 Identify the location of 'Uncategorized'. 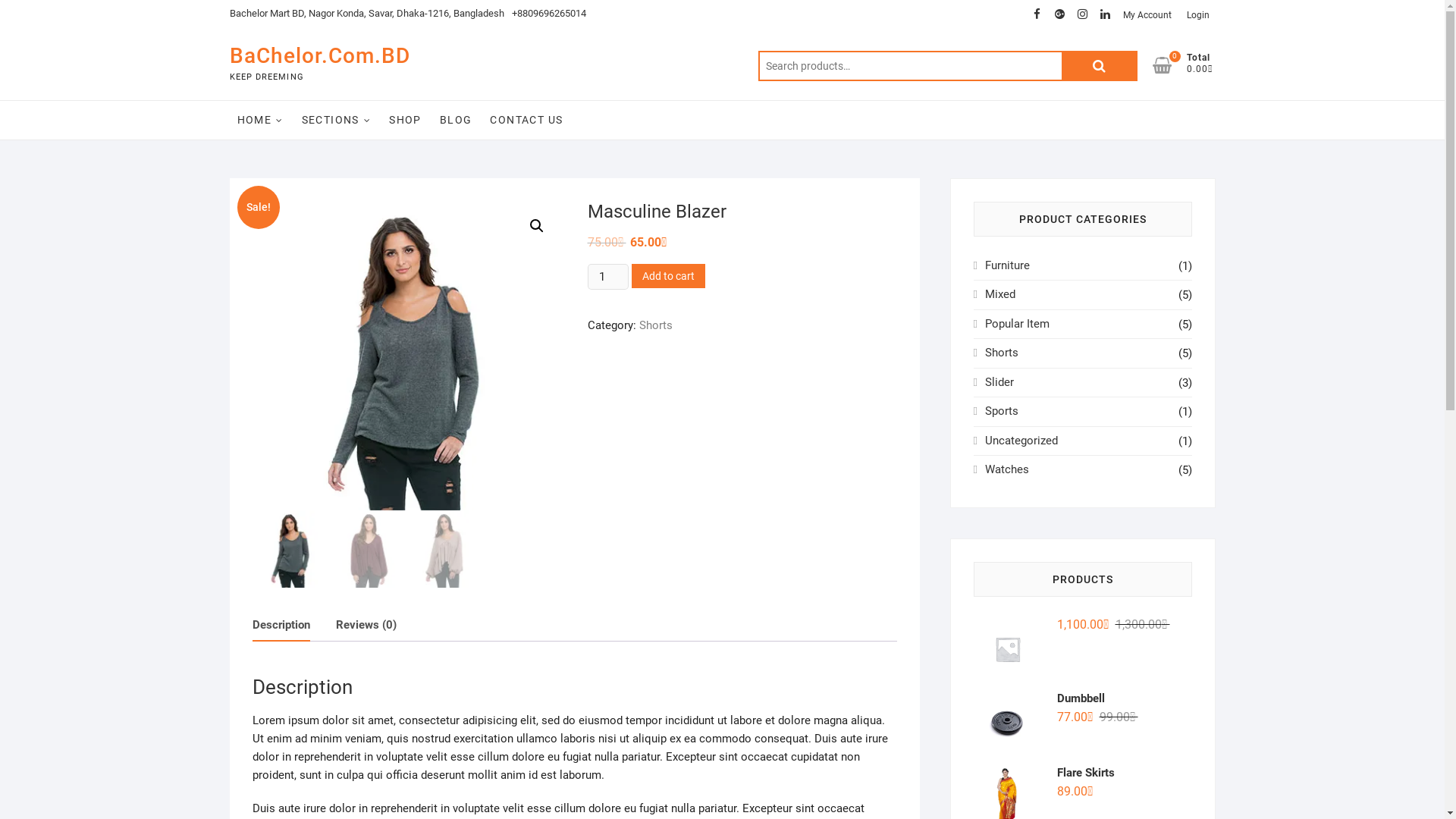
(1021, 441).